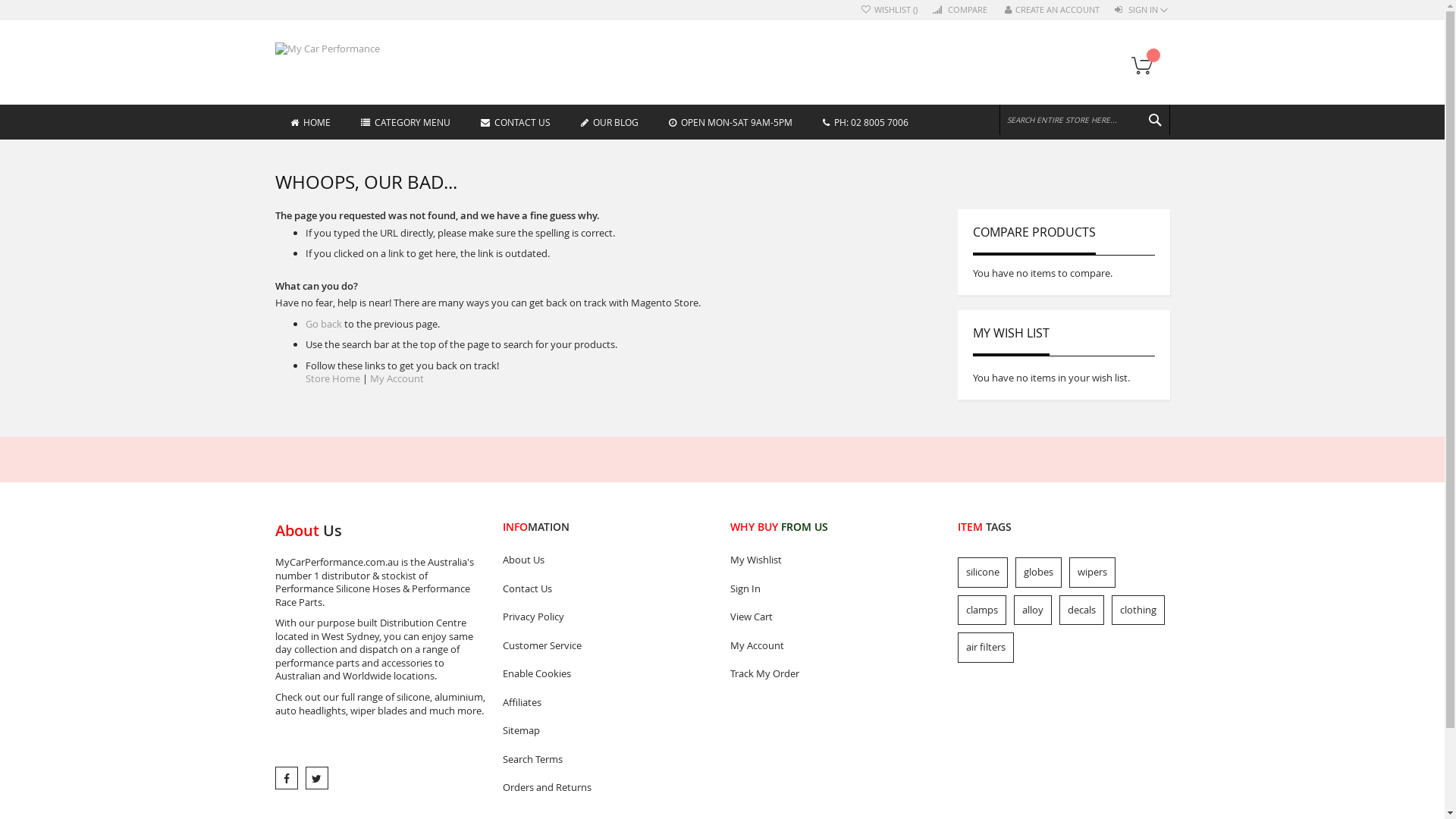 The width and height of the screenshot is (1456, 819). Describe the element at coordinates (889, 10) in the screenshot. I see `'WISHLIST'` at that location.